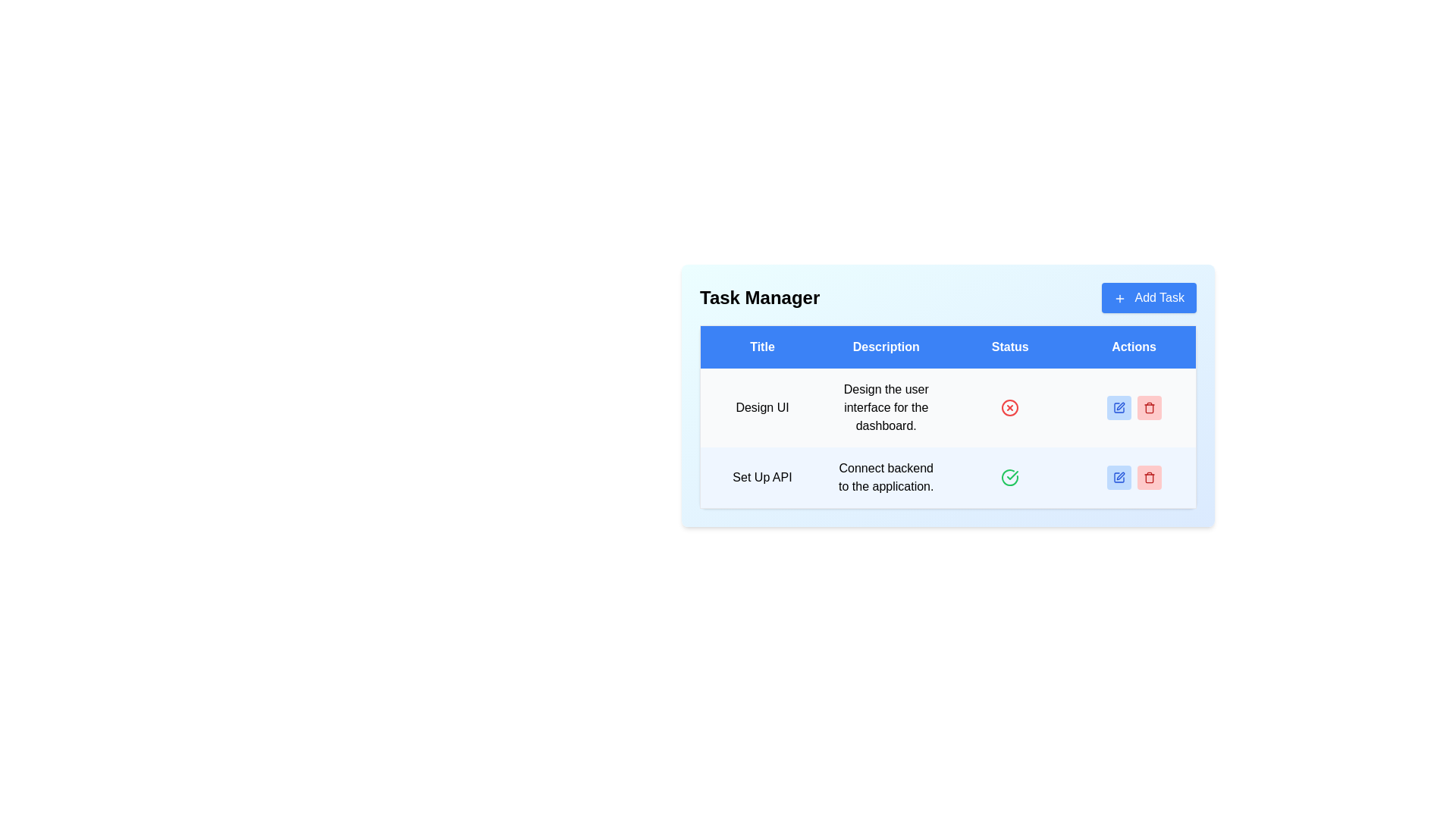 The width and height of the screenshot is (1456, 819). What do you see at coordinates (1010, 406) in the screenshot?
I see `the status icon in the first row of the task table that indicates the task 'Design UI' is incomplete or has a negative outcome` at bounding box center [1010, 406].